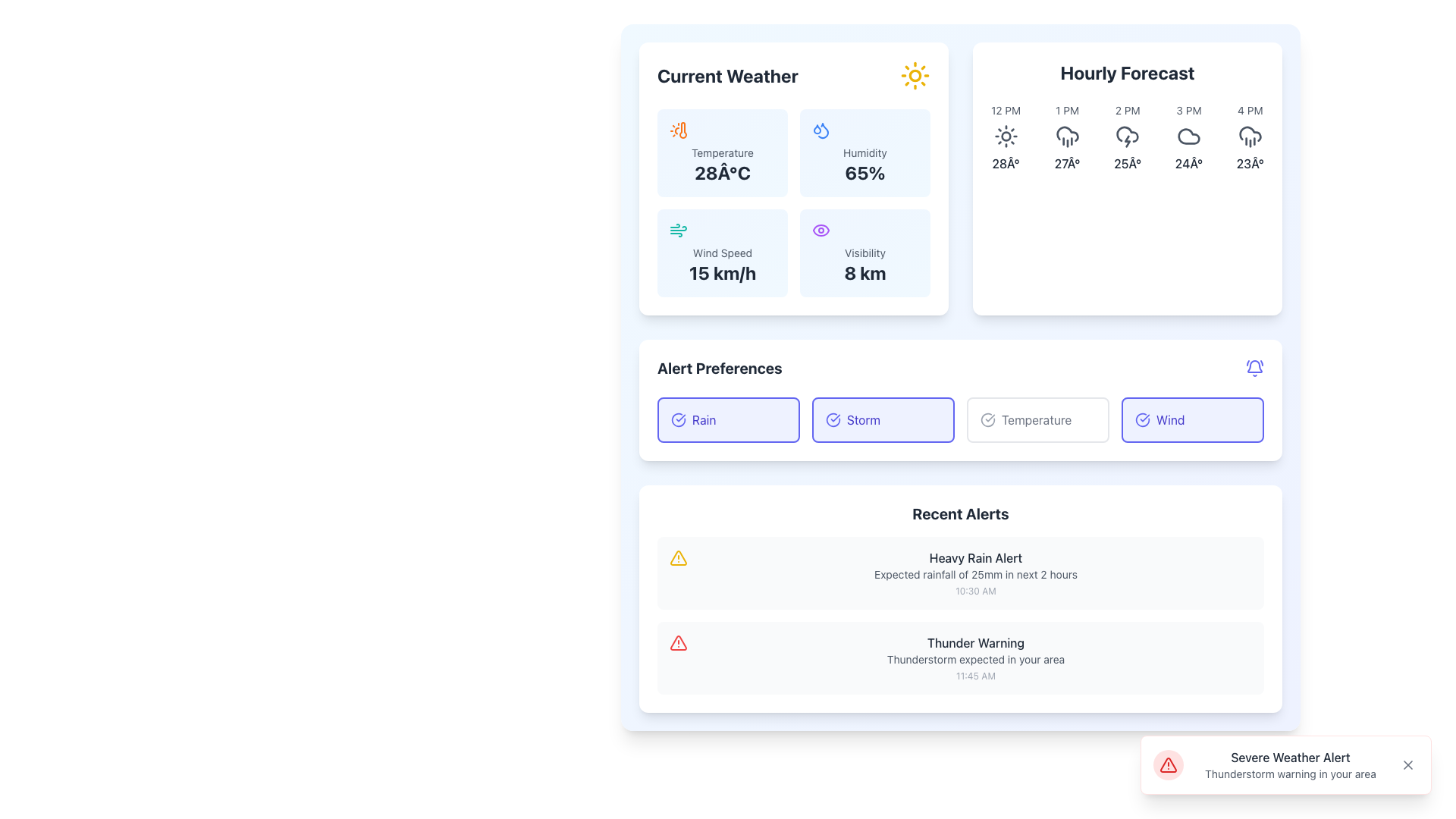 The image size is (1456, 819). Describe the element at coordinates (1066, 133) in the screenshot. I see `the cloud icon representing the '1 PM' forecast in the 'Hourly Forecast' section` at that location.